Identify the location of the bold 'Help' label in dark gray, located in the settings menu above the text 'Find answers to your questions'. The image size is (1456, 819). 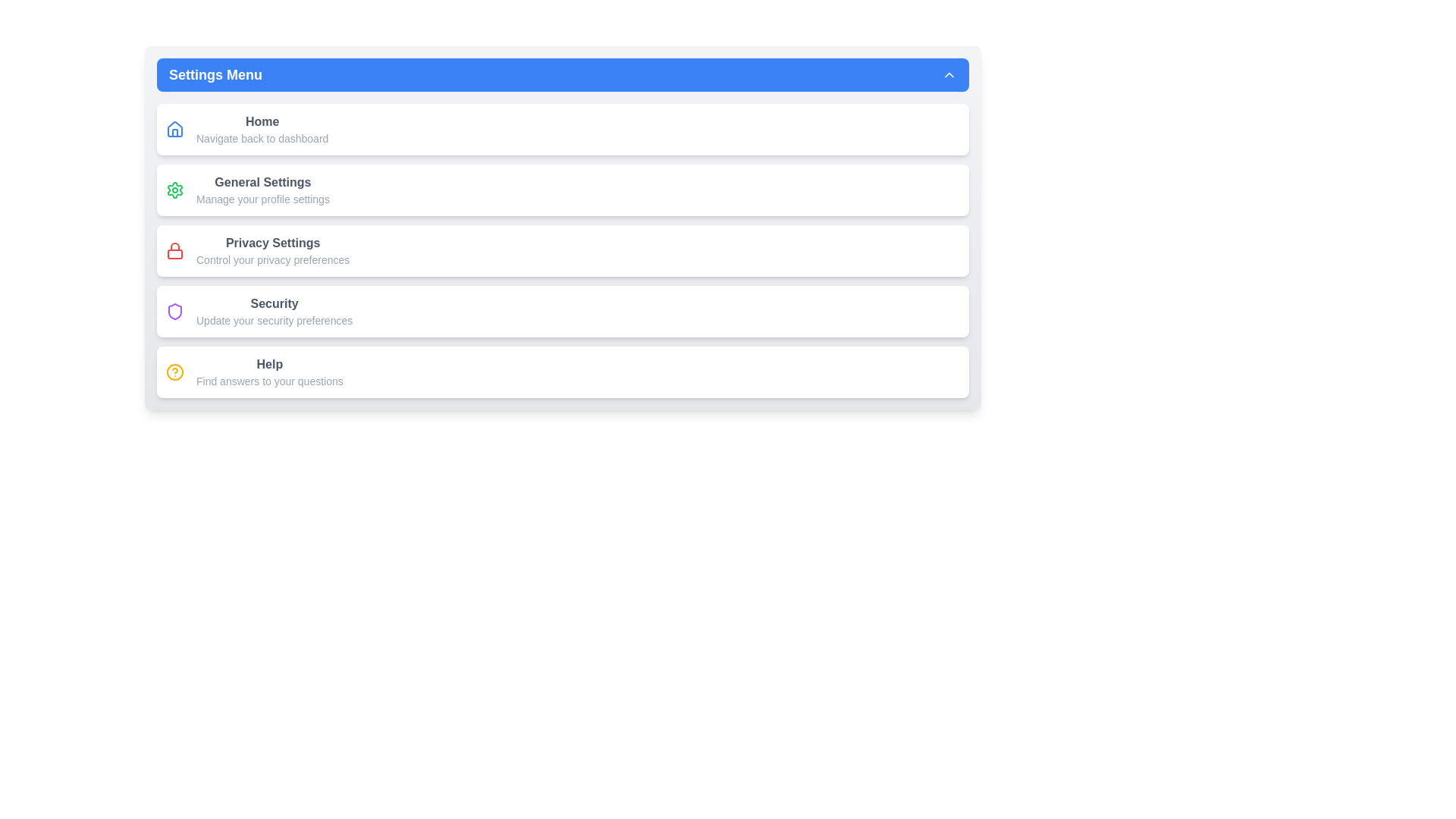
(269, 365).